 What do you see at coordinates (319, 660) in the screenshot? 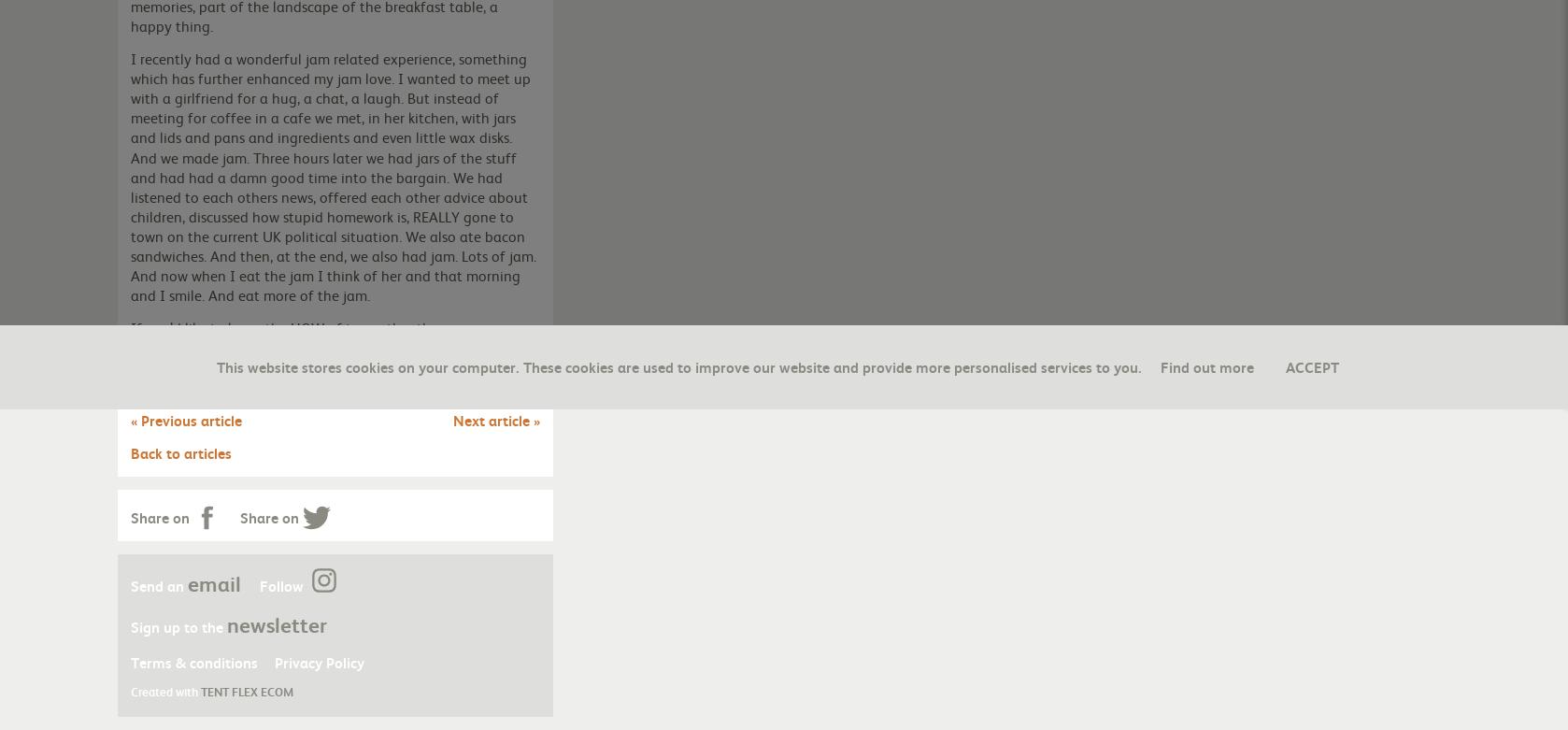
I see `'Privacy Policy'` at bounding box center [319, 660].